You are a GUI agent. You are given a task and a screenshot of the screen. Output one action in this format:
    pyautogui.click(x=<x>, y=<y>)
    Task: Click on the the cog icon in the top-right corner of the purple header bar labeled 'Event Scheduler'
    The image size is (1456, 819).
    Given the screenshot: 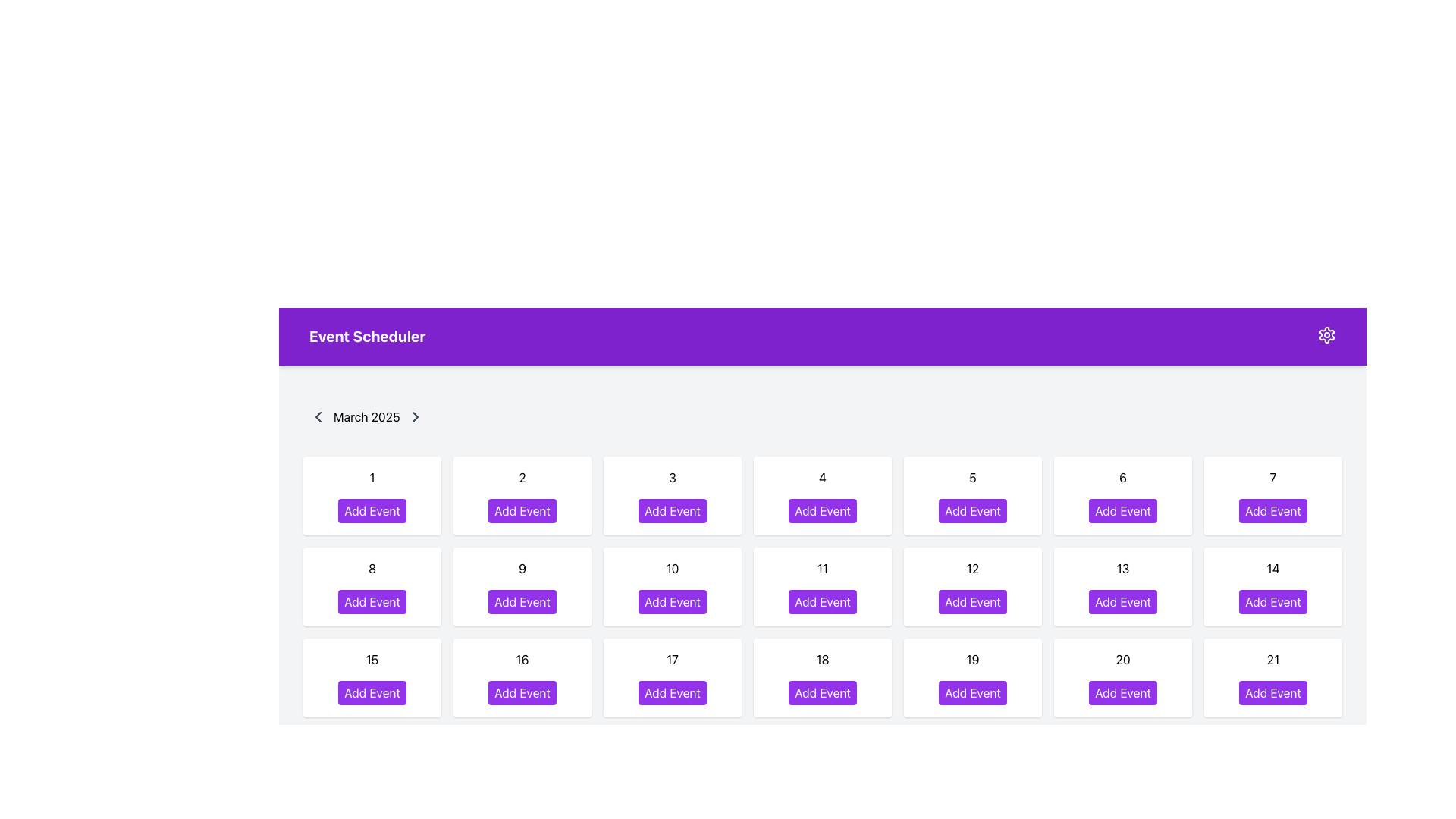 What is the action you would take?
    pyautogui.click(x=1326, y=334)
    